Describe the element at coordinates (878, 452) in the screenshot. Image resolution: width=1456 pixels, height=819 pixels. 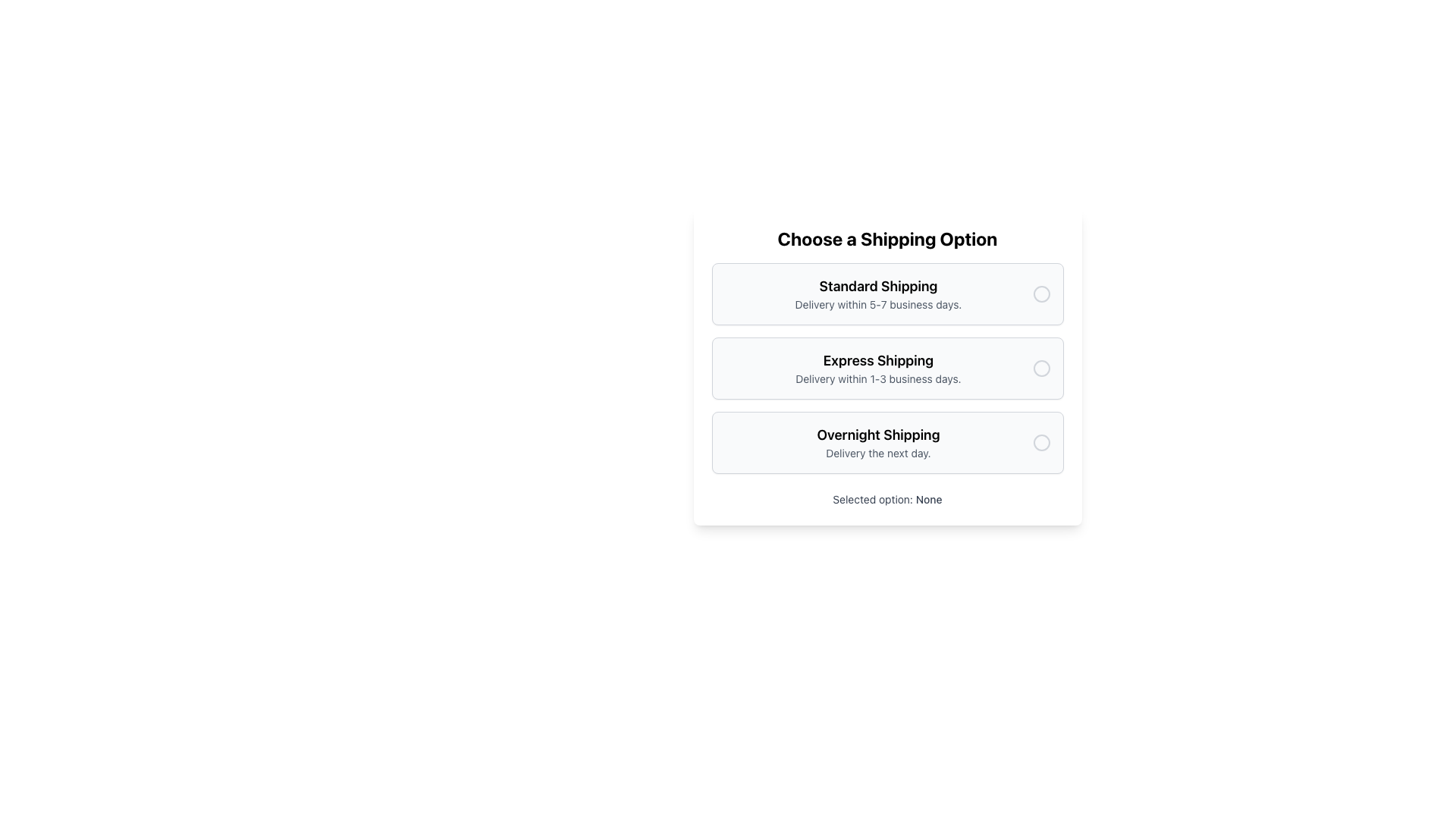
I see `text label that describes the 'Overnight Shipping' option, positioned below the title in the shipping methods list` at that location.